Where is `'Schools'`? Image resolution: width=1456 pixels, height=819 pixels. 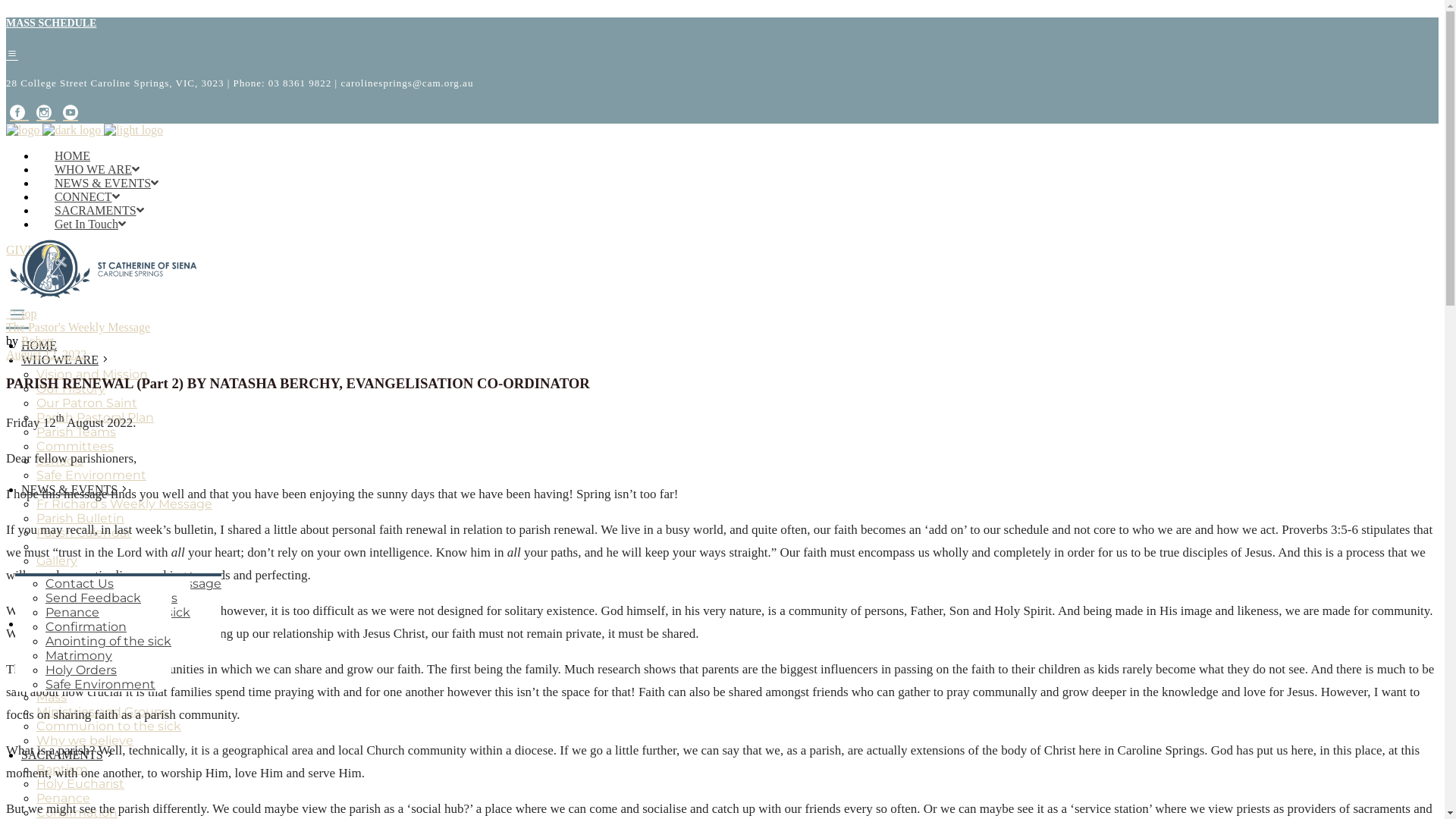
'Schools' is located at coordinates (36, 460).